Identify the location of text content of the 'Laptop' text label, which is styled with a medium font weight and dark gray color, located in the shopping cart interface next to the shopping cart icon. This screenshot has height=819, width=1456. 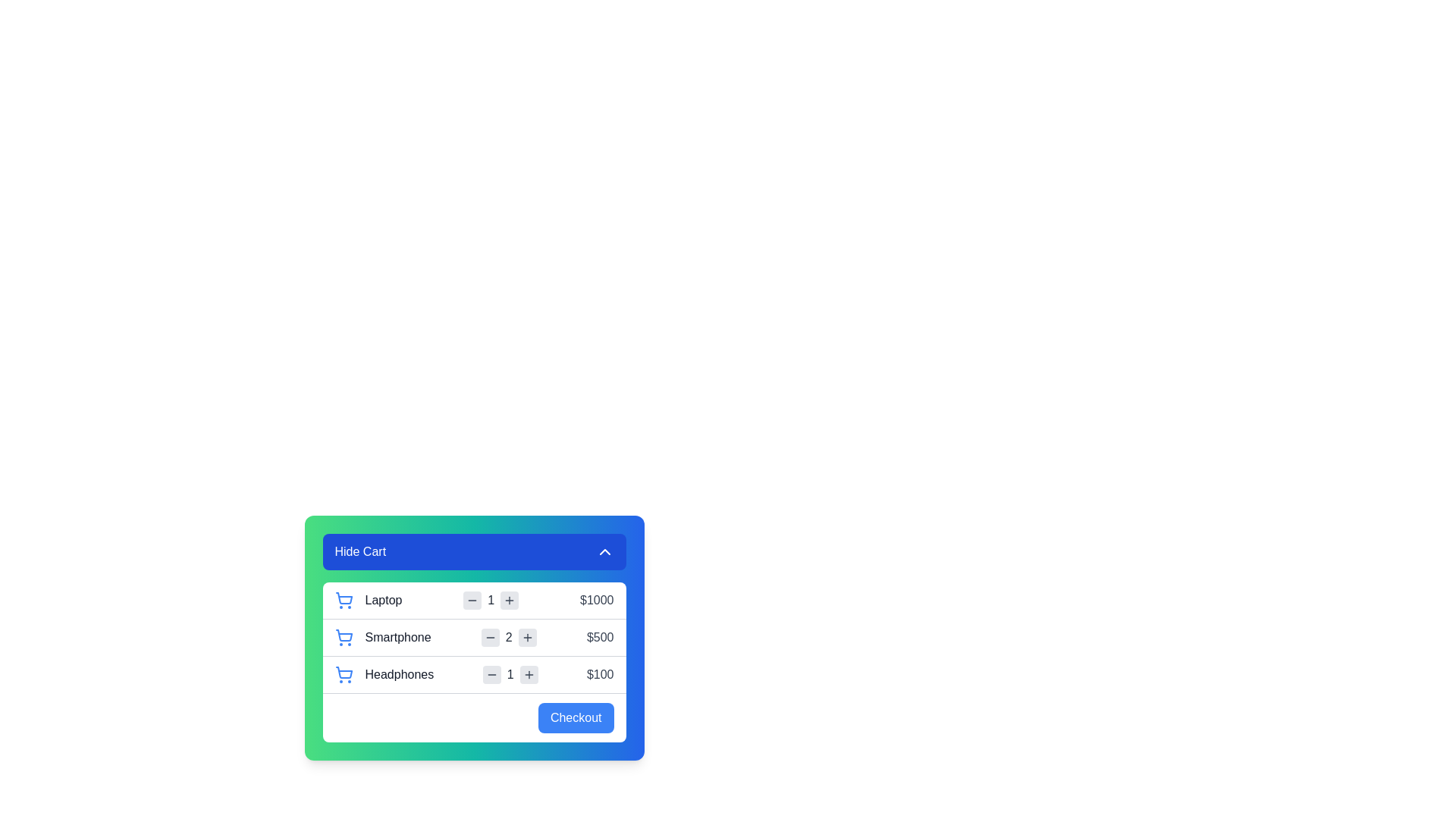
(383, 599).